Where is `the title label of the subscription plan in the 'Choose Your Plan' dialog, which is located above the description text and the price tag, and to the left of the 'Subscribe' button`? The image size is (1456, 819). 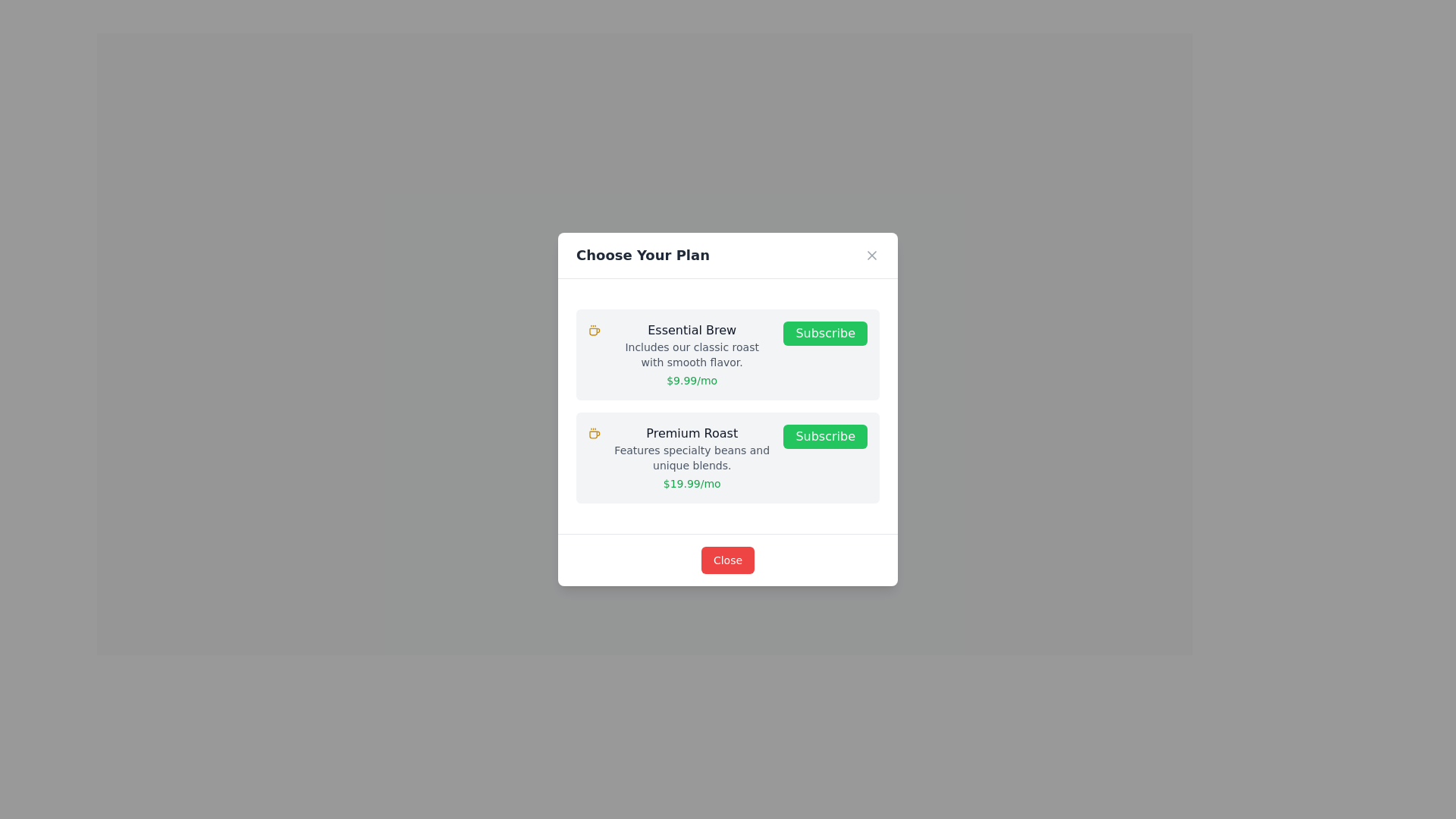 the title label of the subscription plan in the 'Choose Your Plan' dialog, which is located above the description text and the price tag, and to the left of the 'Subscribe' button is located at coordinates (691, 329).